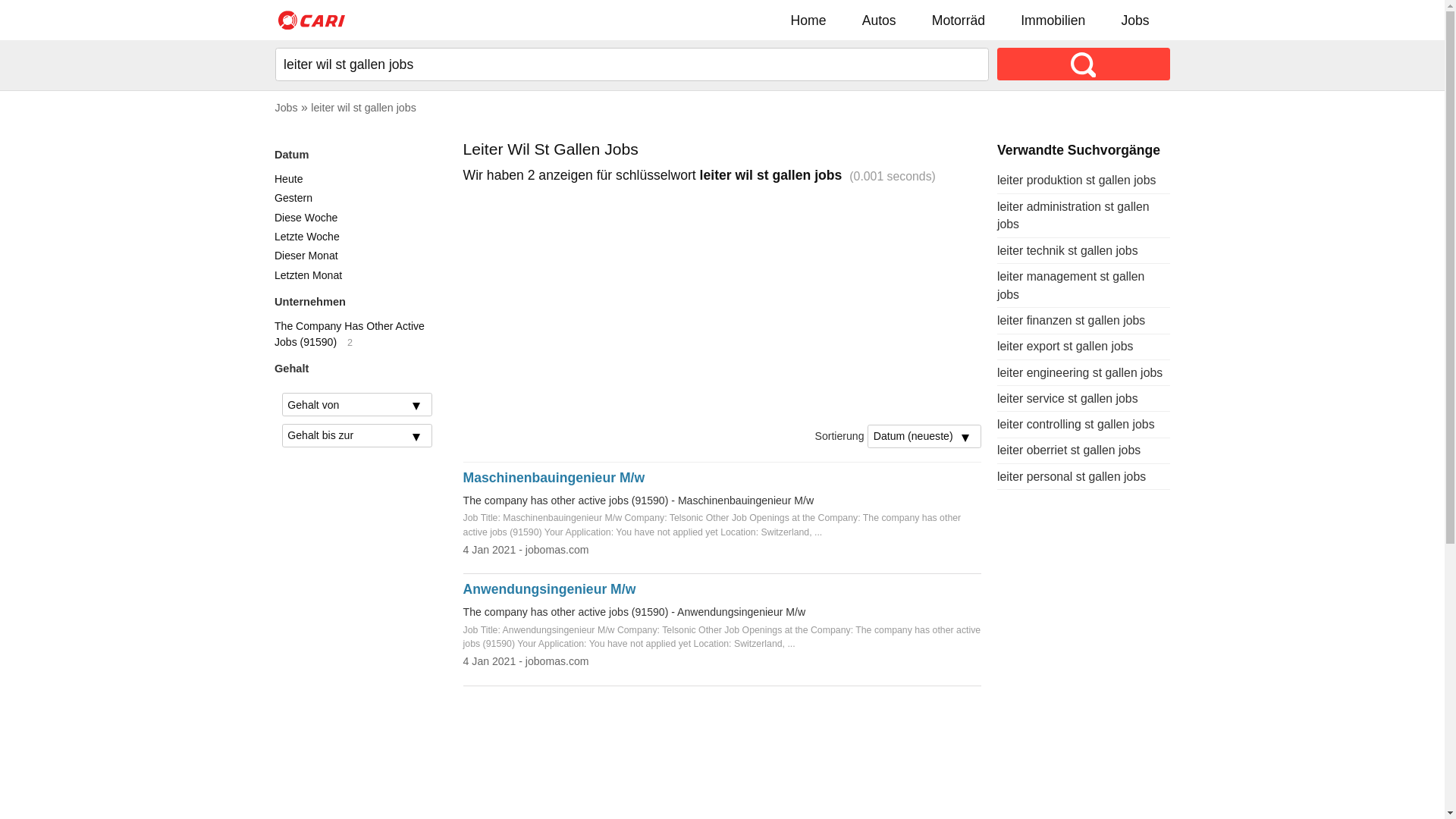  I want to click on 'Immobilien', so click(1052, 20).